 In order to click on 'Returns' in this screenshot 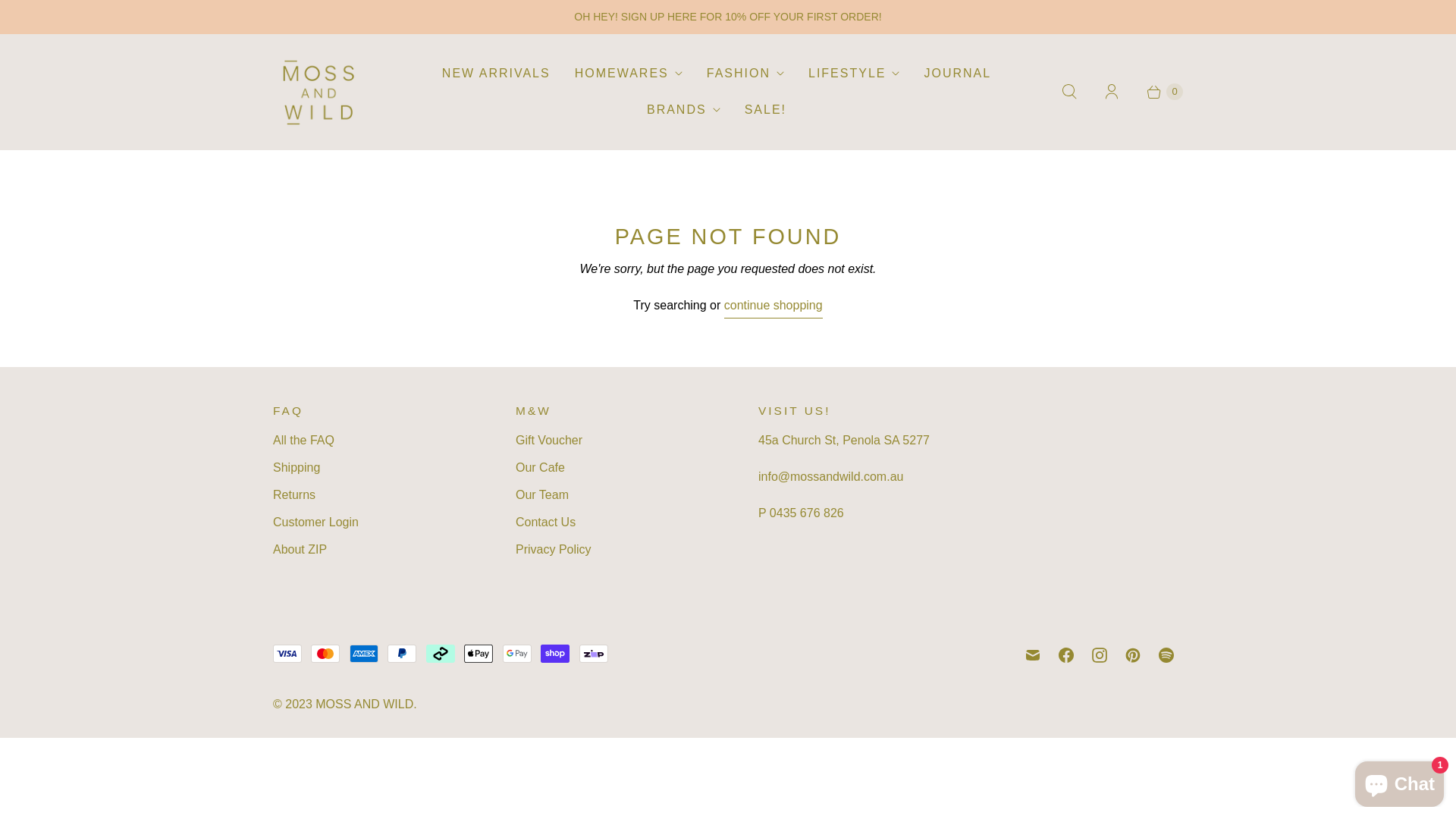, I will do `click(294, 494)`.